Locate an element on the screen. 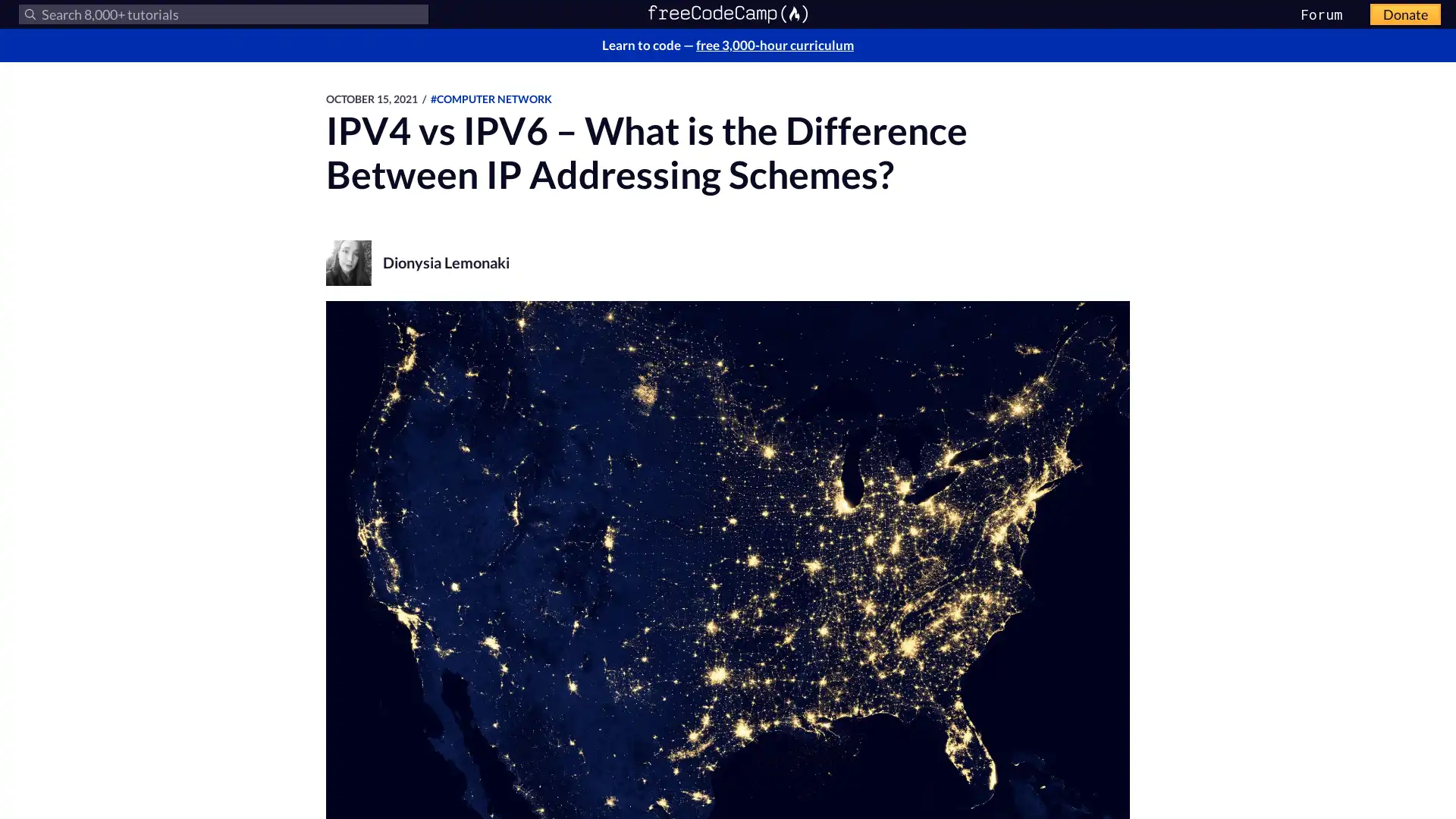 The height and width of the screenshot is (819, 1456). Submit your search query is located at coordinates (30, 14).